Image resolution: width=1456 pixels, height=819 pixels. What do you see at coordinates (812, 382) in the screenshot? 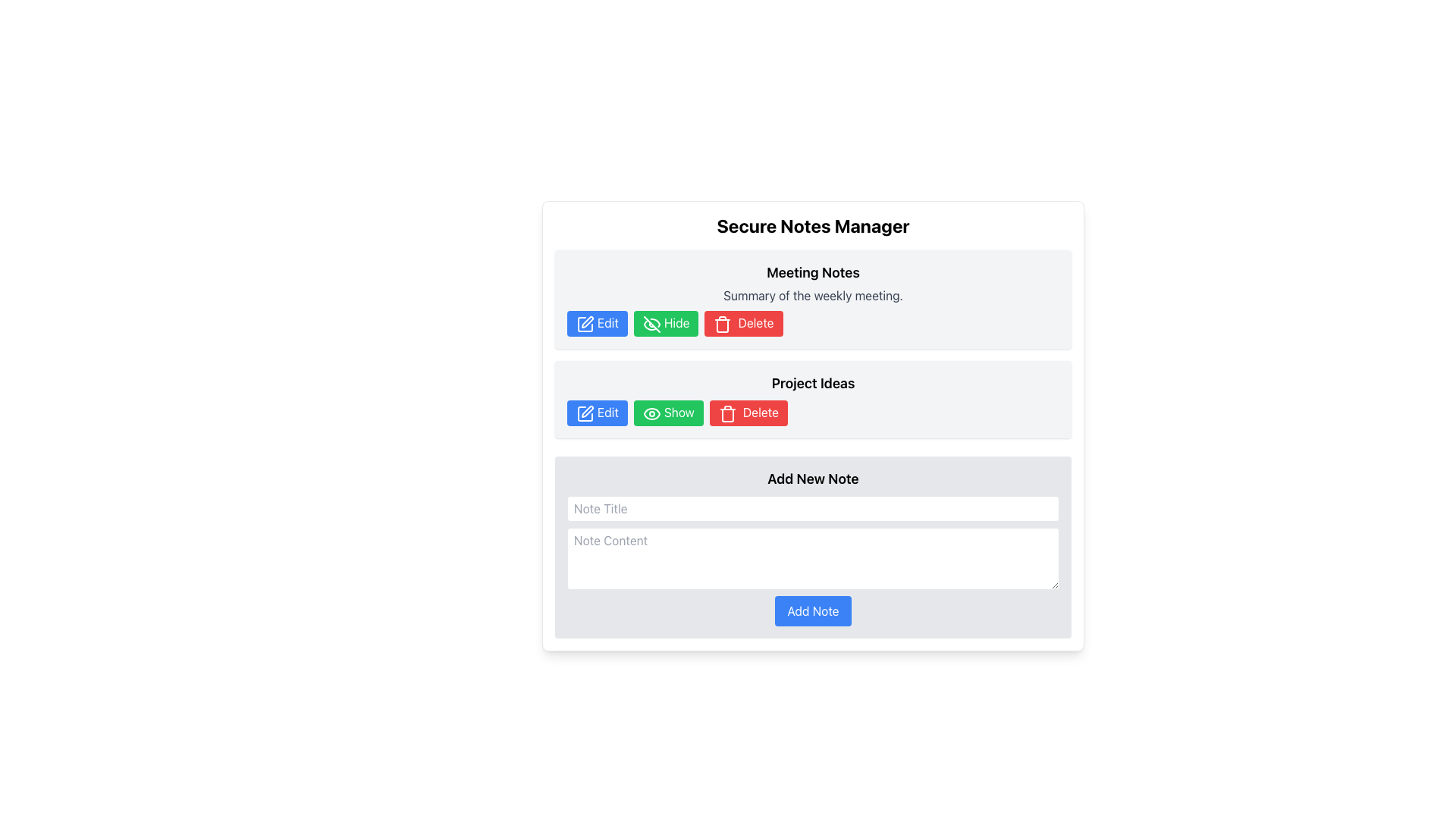
I see `the bold black text label reading 'Project Ideas', which is positioned below the 'Meeting Notes' section and above the action buttons` at bounding box center [812, 382].